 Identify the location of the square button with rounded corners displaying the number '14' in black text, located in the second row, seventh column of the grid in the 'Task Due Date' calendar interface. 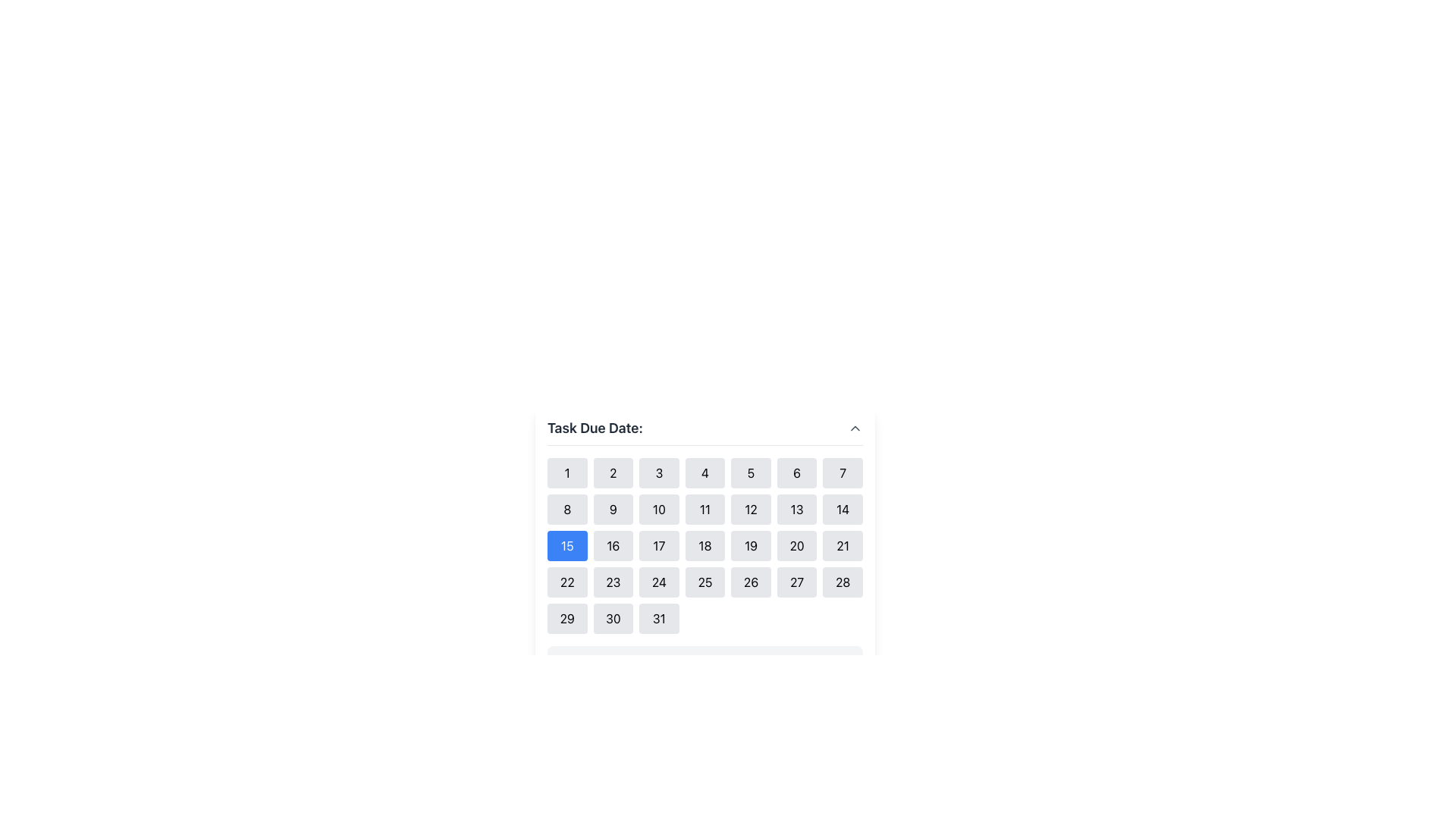
(842, 509).